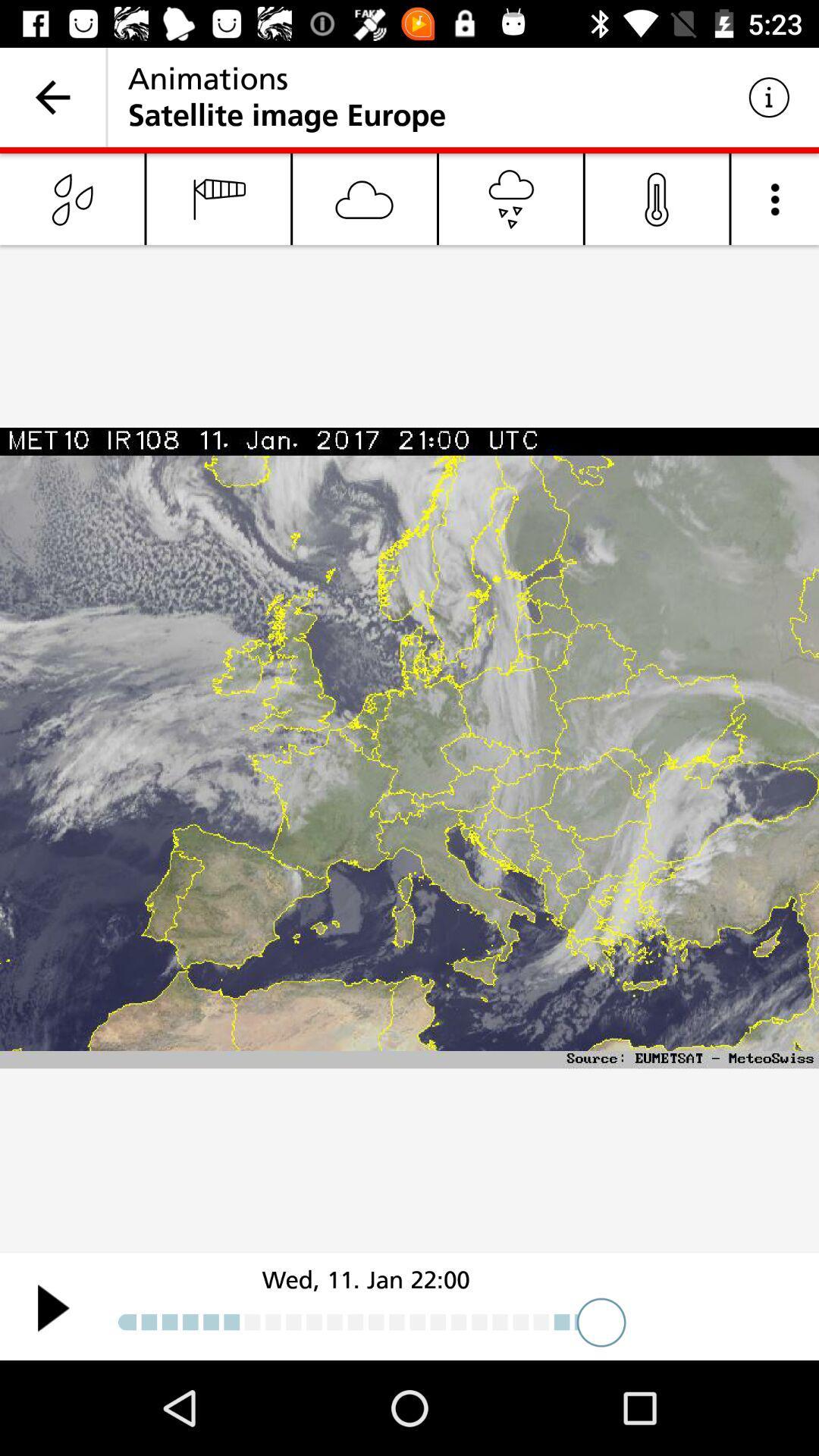  I want to click on more options, so click(775, 198).